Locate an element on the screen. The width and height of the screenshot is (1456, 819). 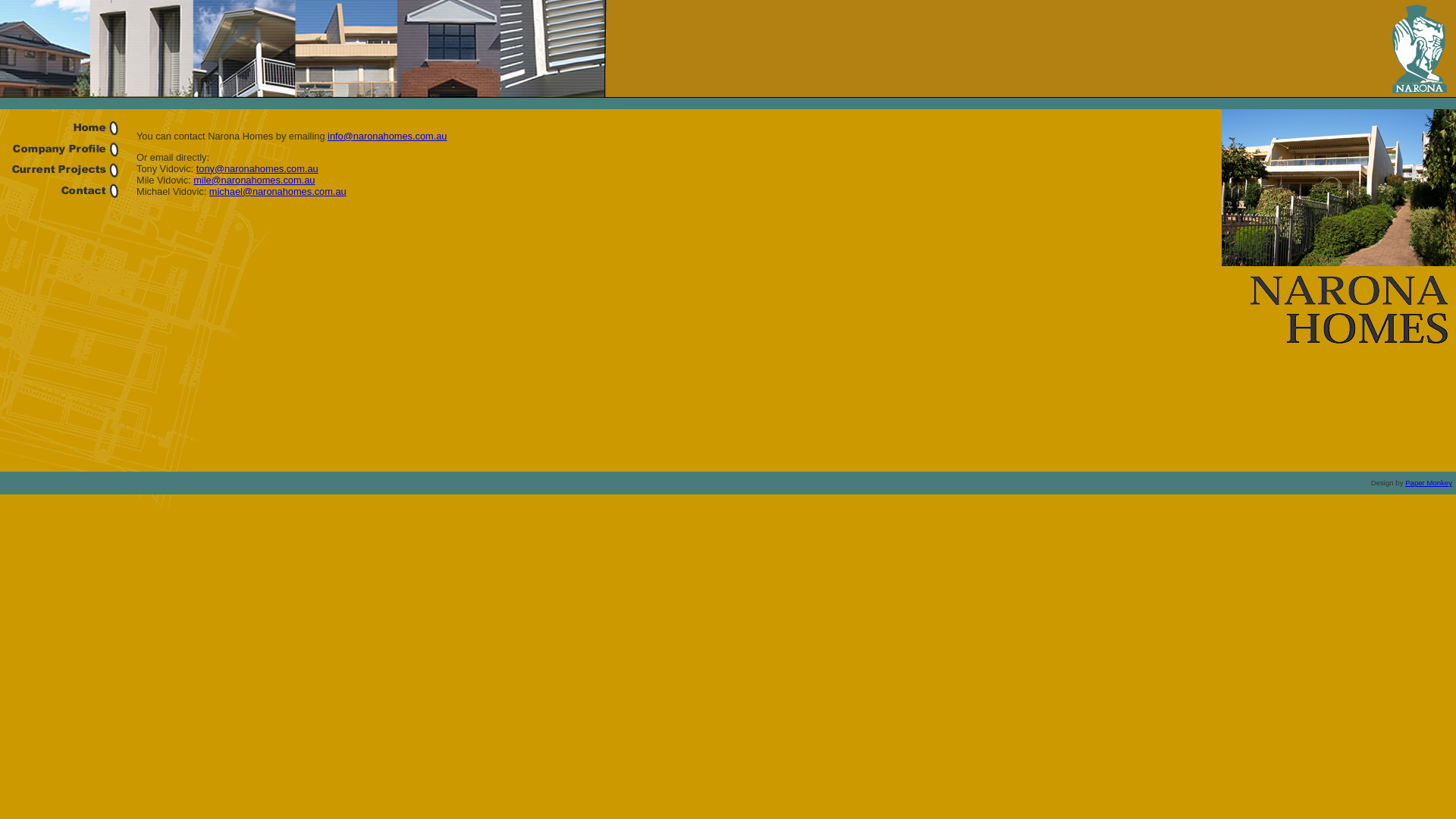
'tony@naronahomes.com.au' is located at coordinates (257, 168).